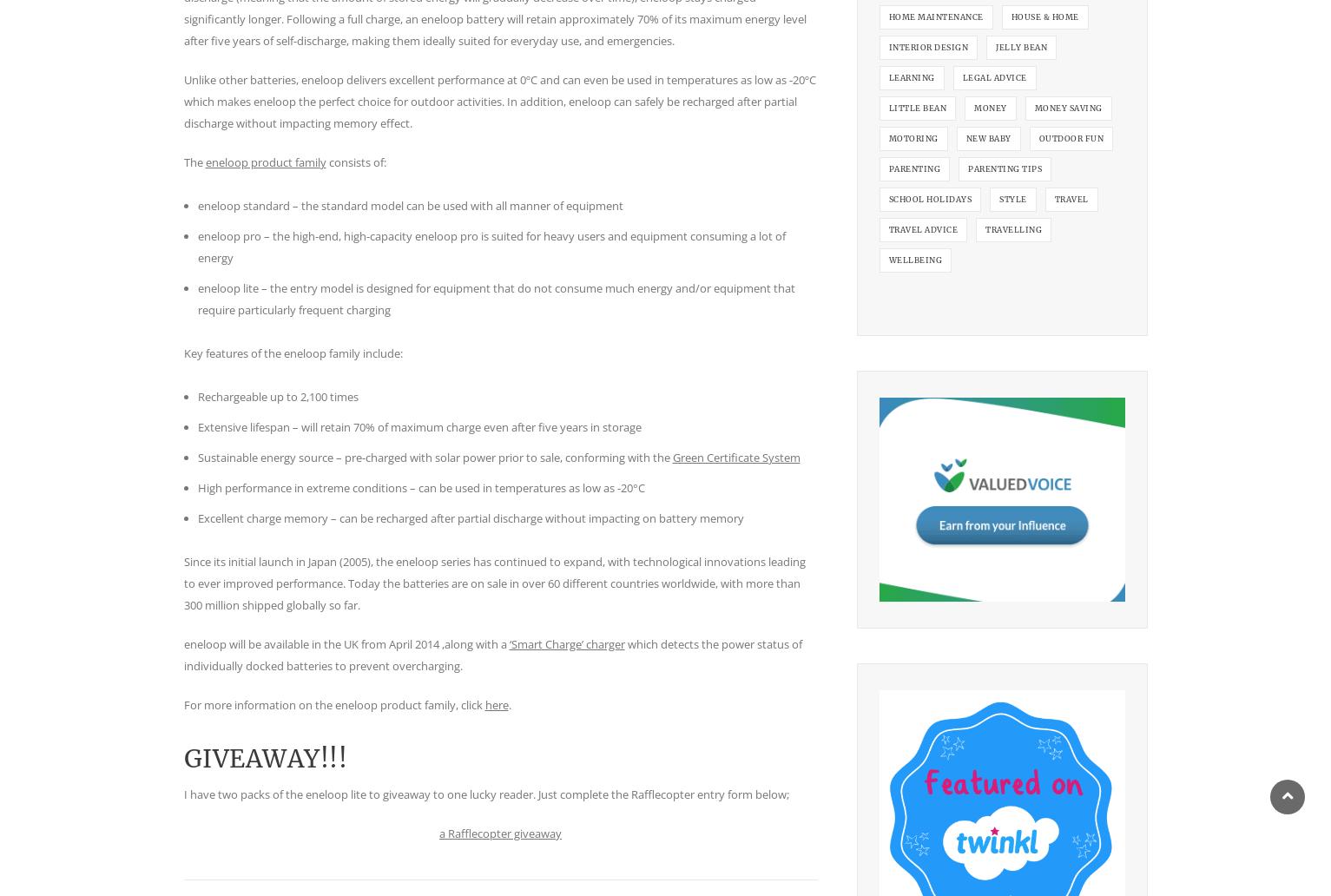  What do you see at coordinates (508, 704) in the screenshot?
I see `'.'` at bounding box center [508, 704].